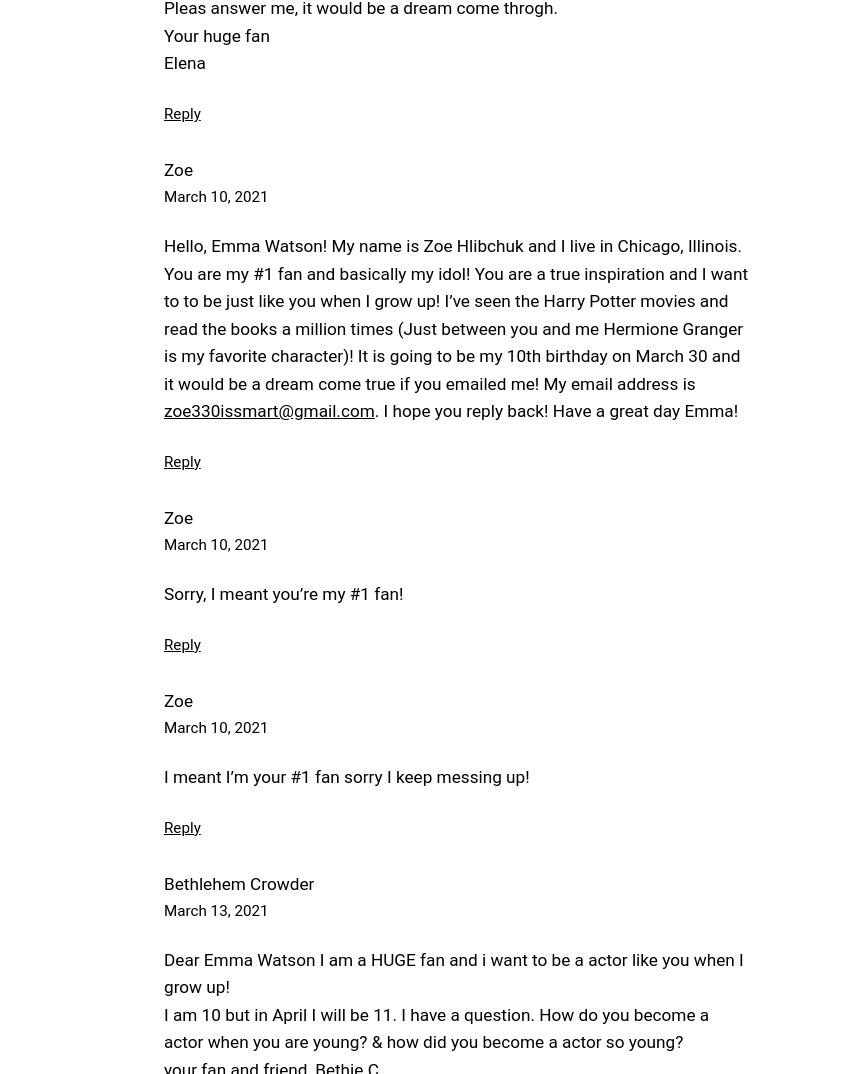 The image size is (850, 1074). What do you see at coordinates (163, 63) in the screenshot?
I see `'Elena'` at bounding box center [163, 63].